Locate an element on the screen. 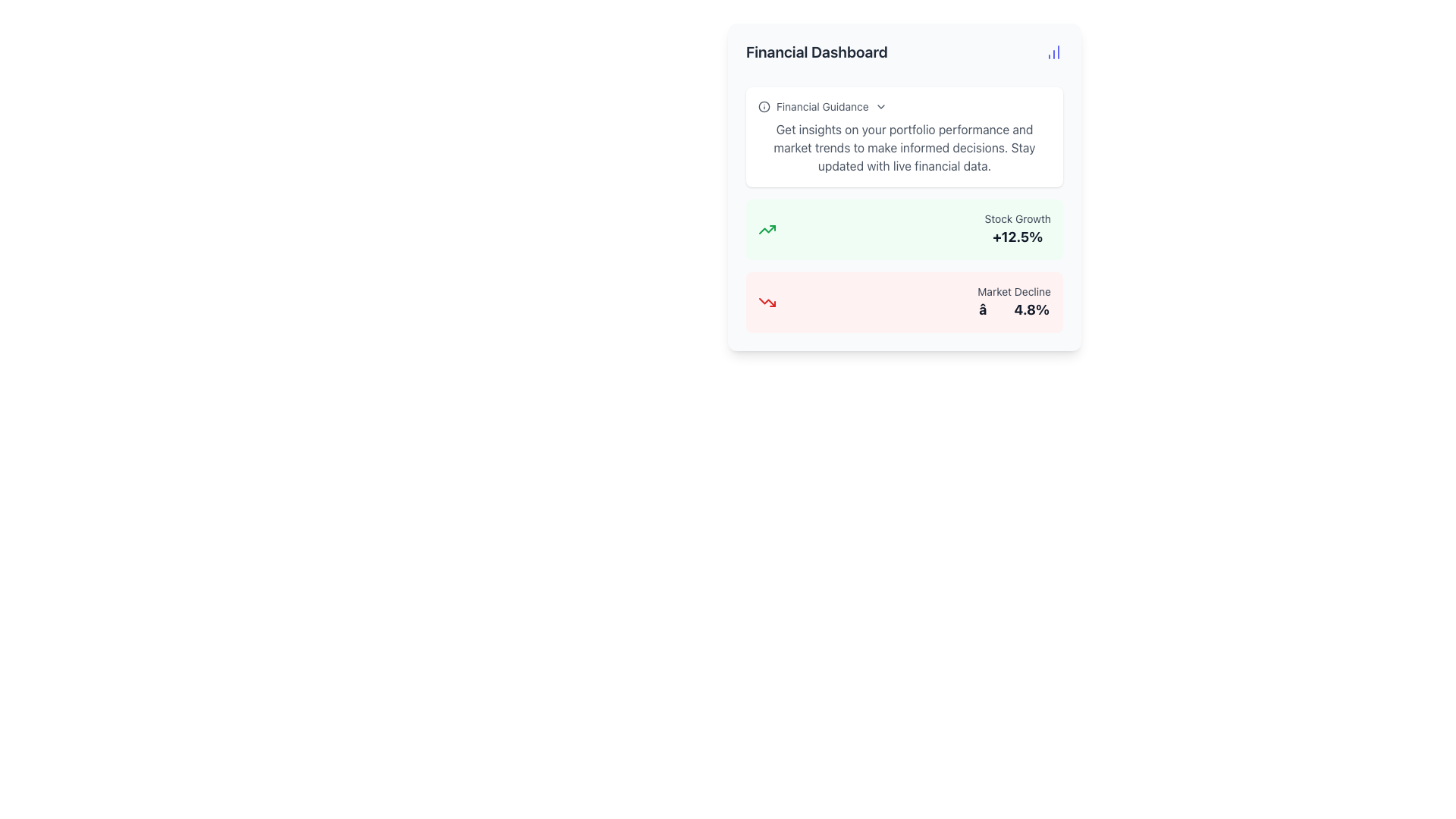 This screenshot has height=819, width=1456. text of the label displaying 'Market Decline', which is light-gray and positioned beneath the 'Stock Growth' section, next to the '-4.8%' figure is located at coordinates (1014, 292).